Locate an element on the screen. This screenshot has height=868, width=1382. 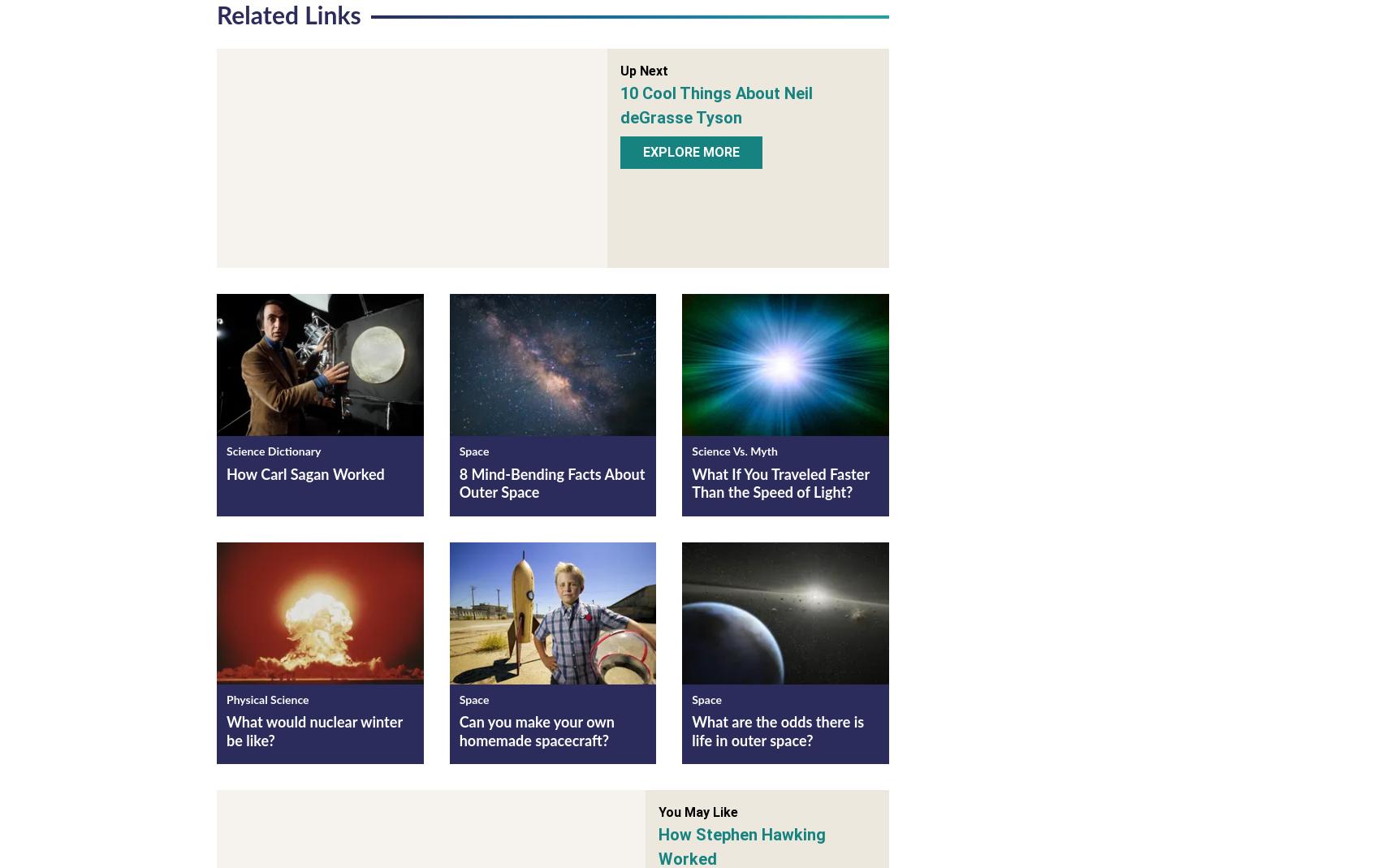
'Science Vs. Myth' is located at coordinates (734, 456).